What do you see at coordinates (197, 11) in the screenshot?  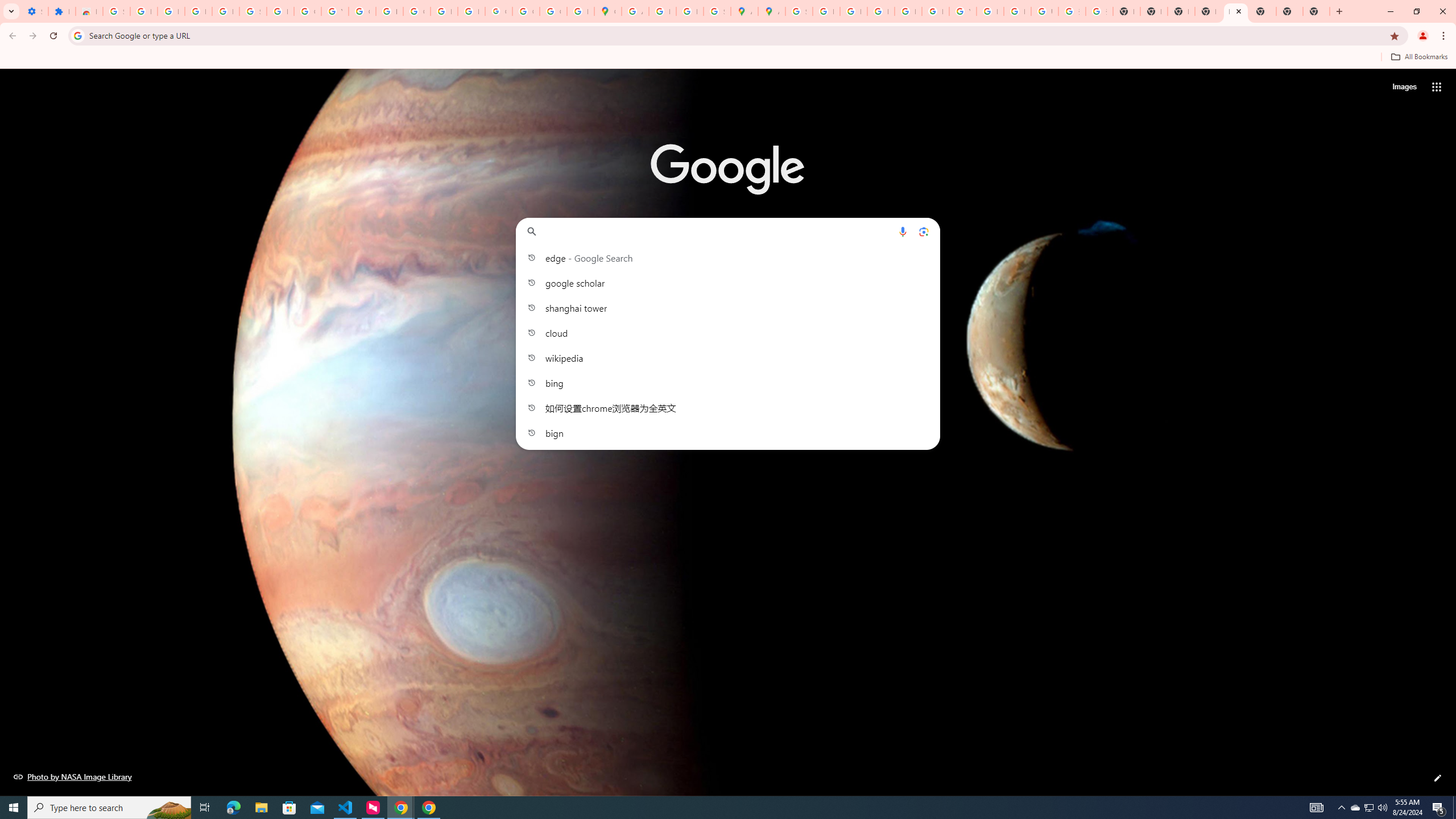 I see `'Learn how to find your photos - Google Photos Help'` at bounding box center [197, 11].